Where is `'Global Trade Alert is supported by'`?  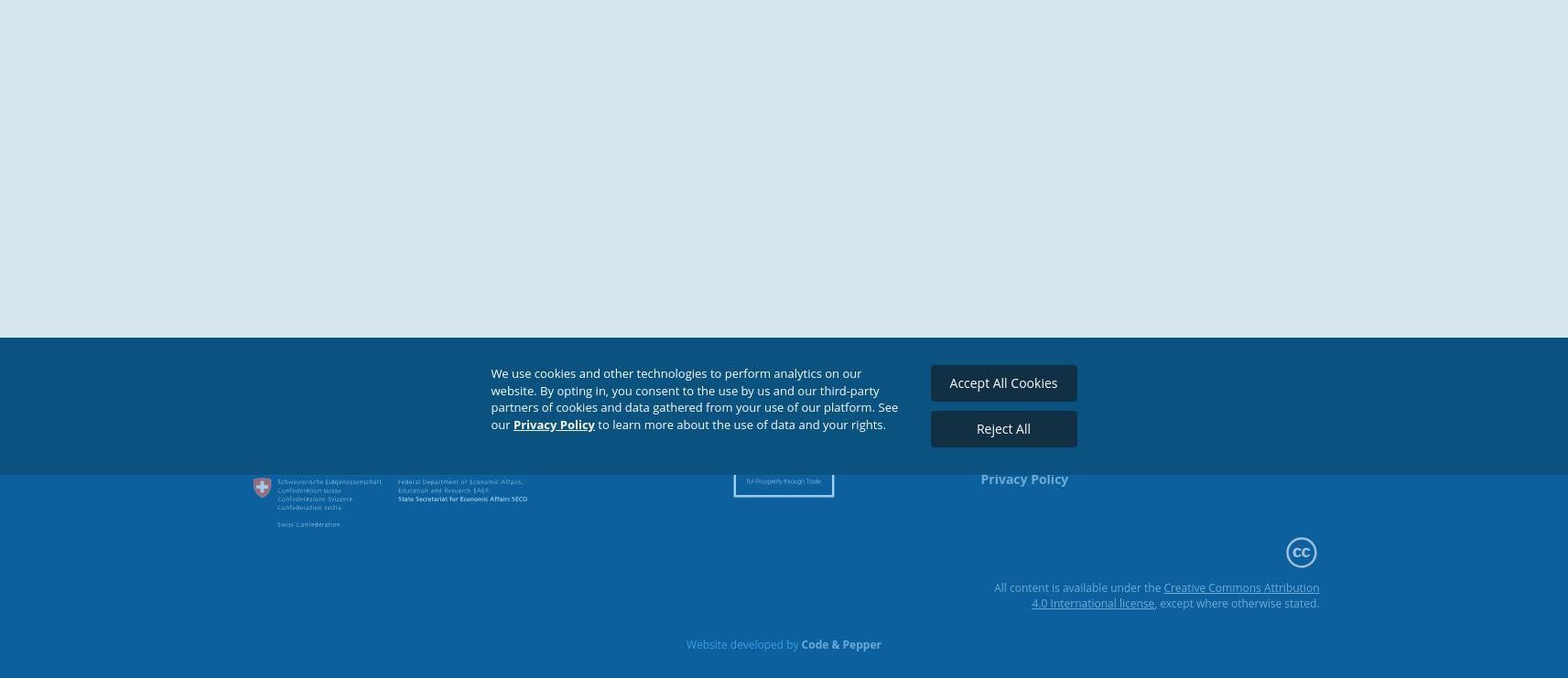 'Global Trade Alert is supported by' is located at coordinates (348, 395).